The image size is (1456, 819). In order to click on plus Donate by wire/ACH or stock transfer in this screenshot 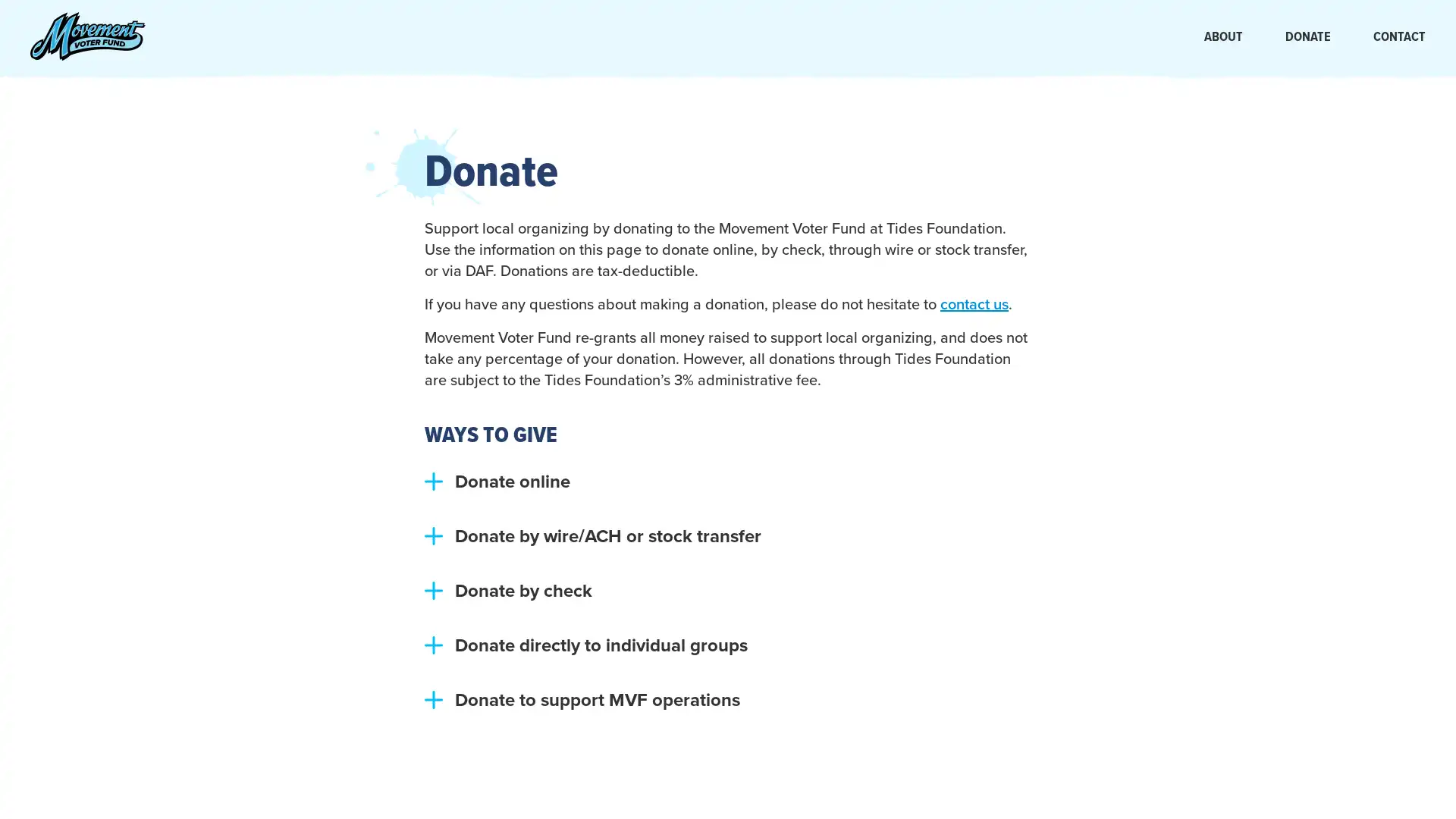, I will do `click(728, 535)`.